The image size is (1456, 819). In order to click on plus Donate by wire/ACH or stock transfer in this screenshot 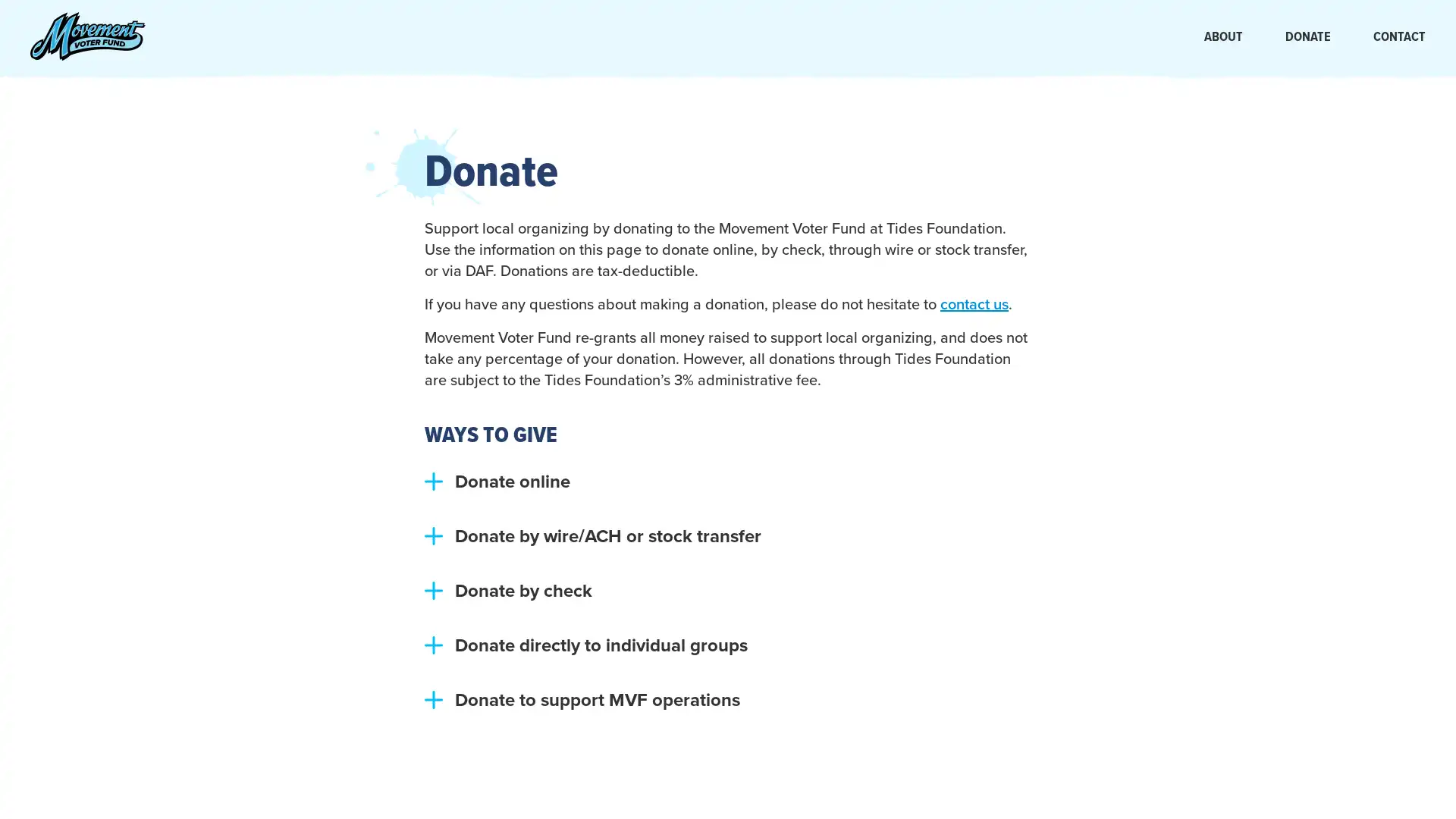, I will do `click(728, 535)`.